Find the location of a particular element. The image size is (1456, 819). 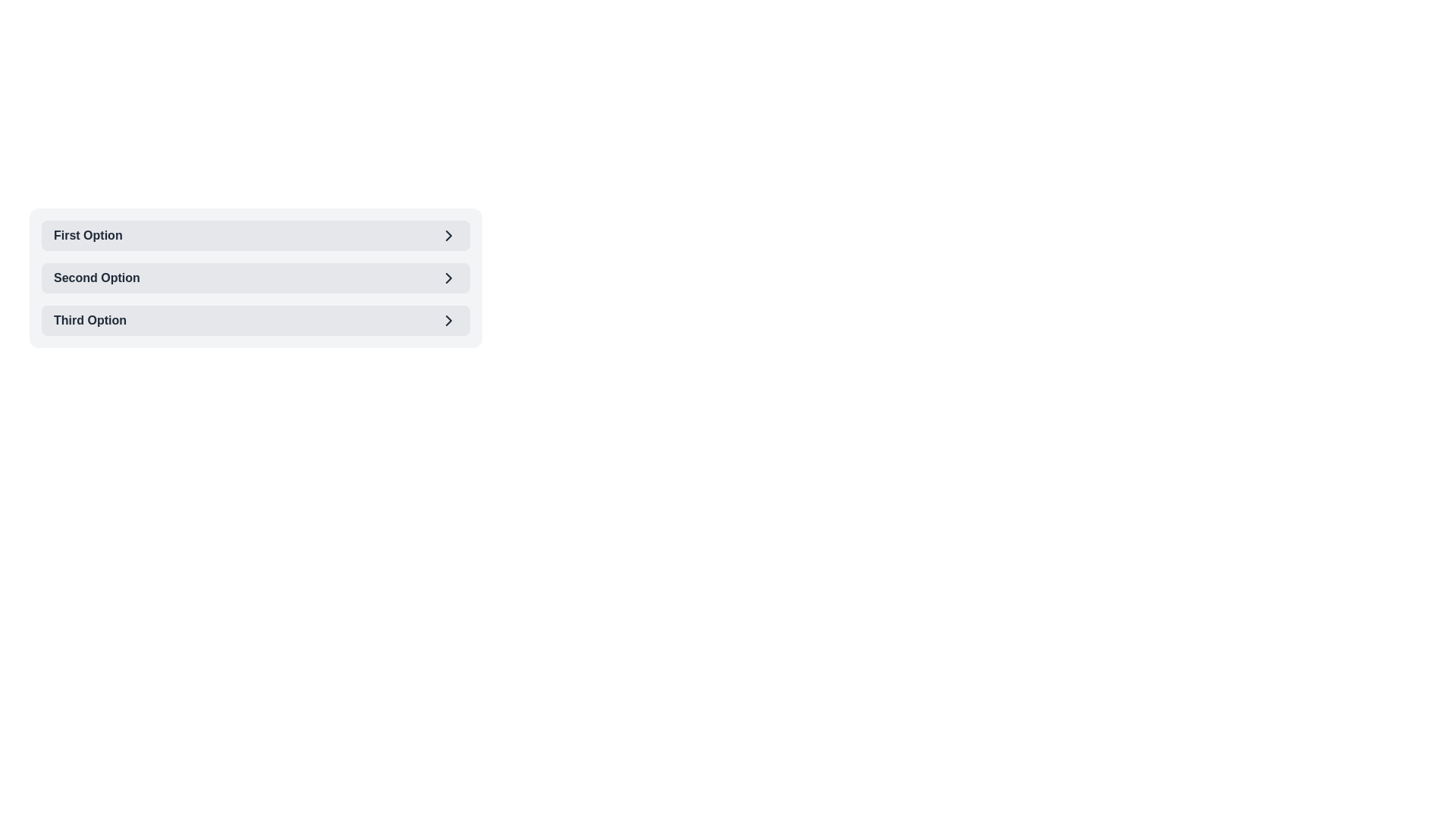

the Chevron Right icon located at the far right side of the 'Second Option' interactive block is located at coordinates (447, 278).